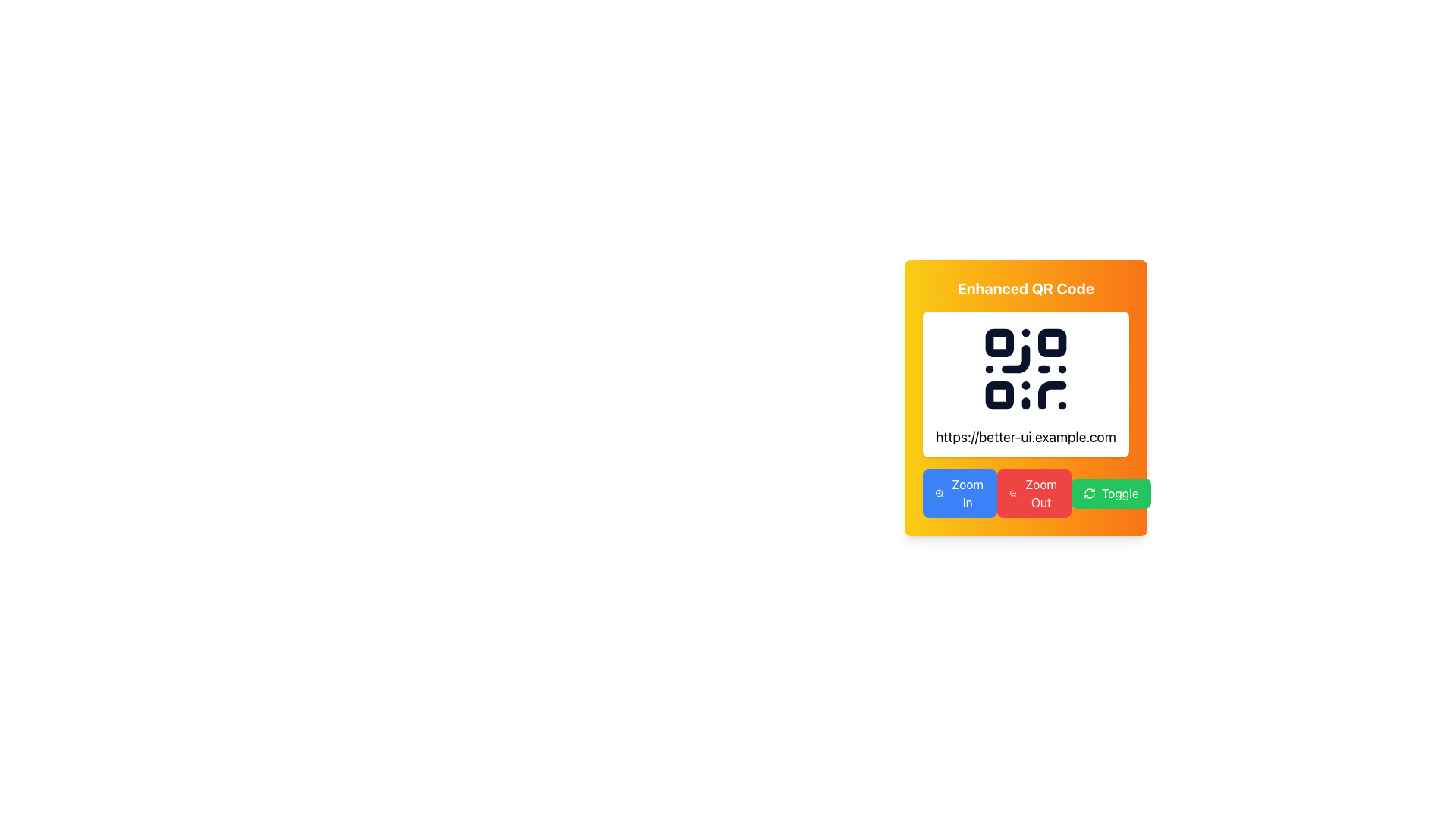 The width and height of the screenshot is (1456, 819). Describe the element at coordinates (1026, 369) in the screenshot. I see `the QR Code element located within the 'Enhanced QR Code' area which has a yellow background` at that location.